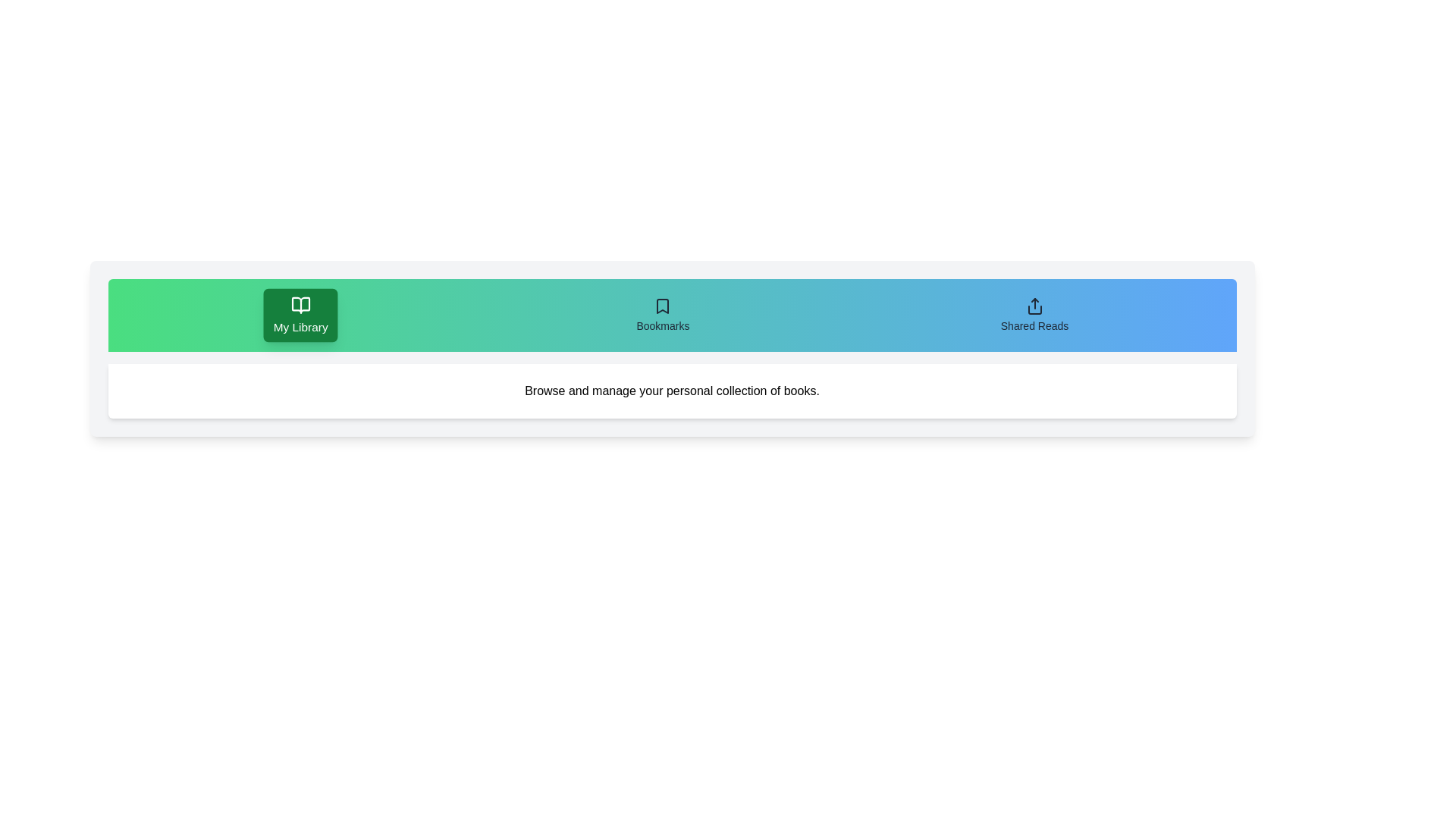  What do you see at coordinates (1034, 315) in the screenshot?
I see `the tab labeled Shared Reads` at bounding box center [1034, 315].